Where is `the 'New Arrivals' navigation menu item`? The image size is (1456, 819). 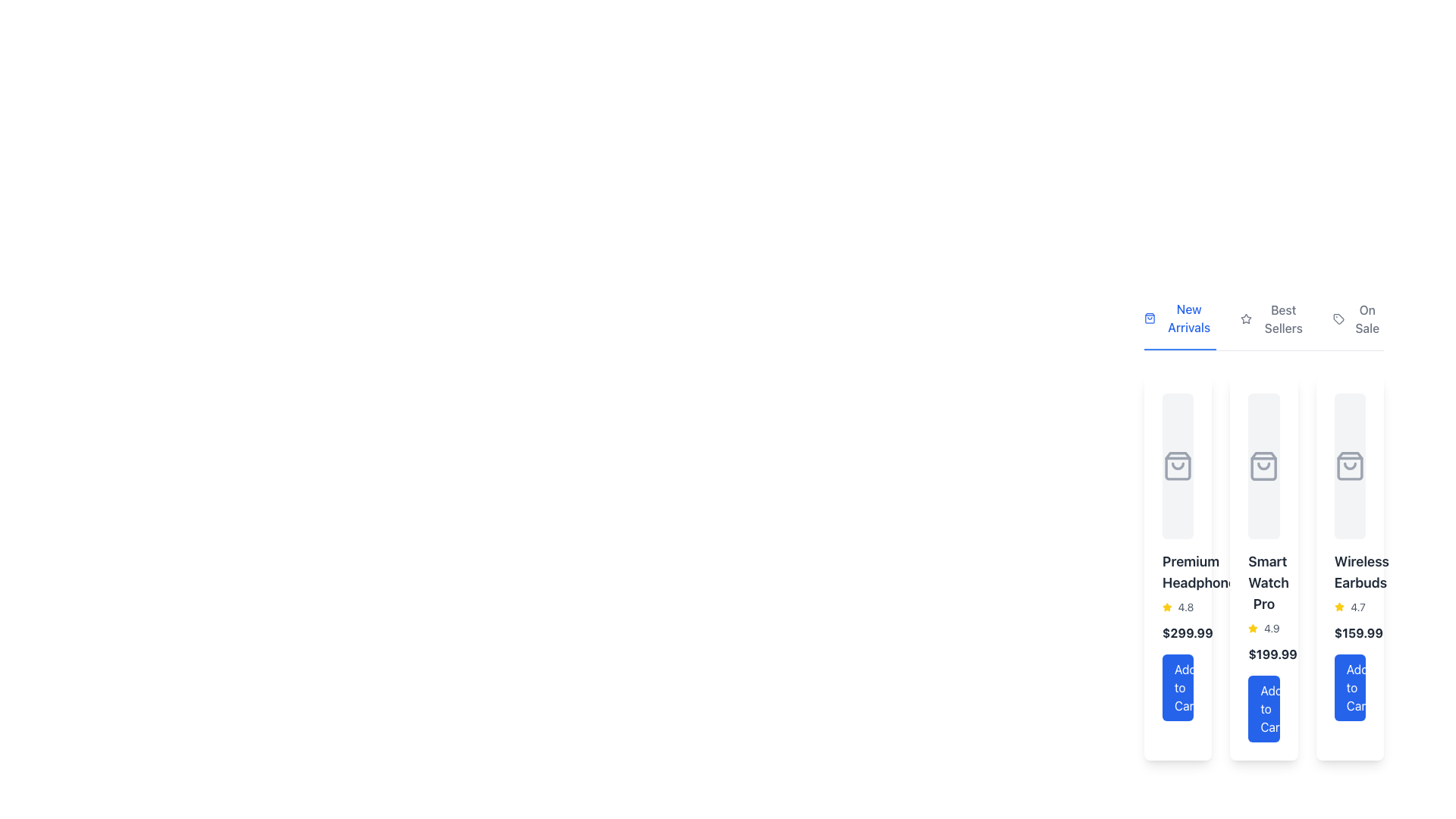
the 'New Arrivals' navigation menu item is located at coordinates (1263, 324).